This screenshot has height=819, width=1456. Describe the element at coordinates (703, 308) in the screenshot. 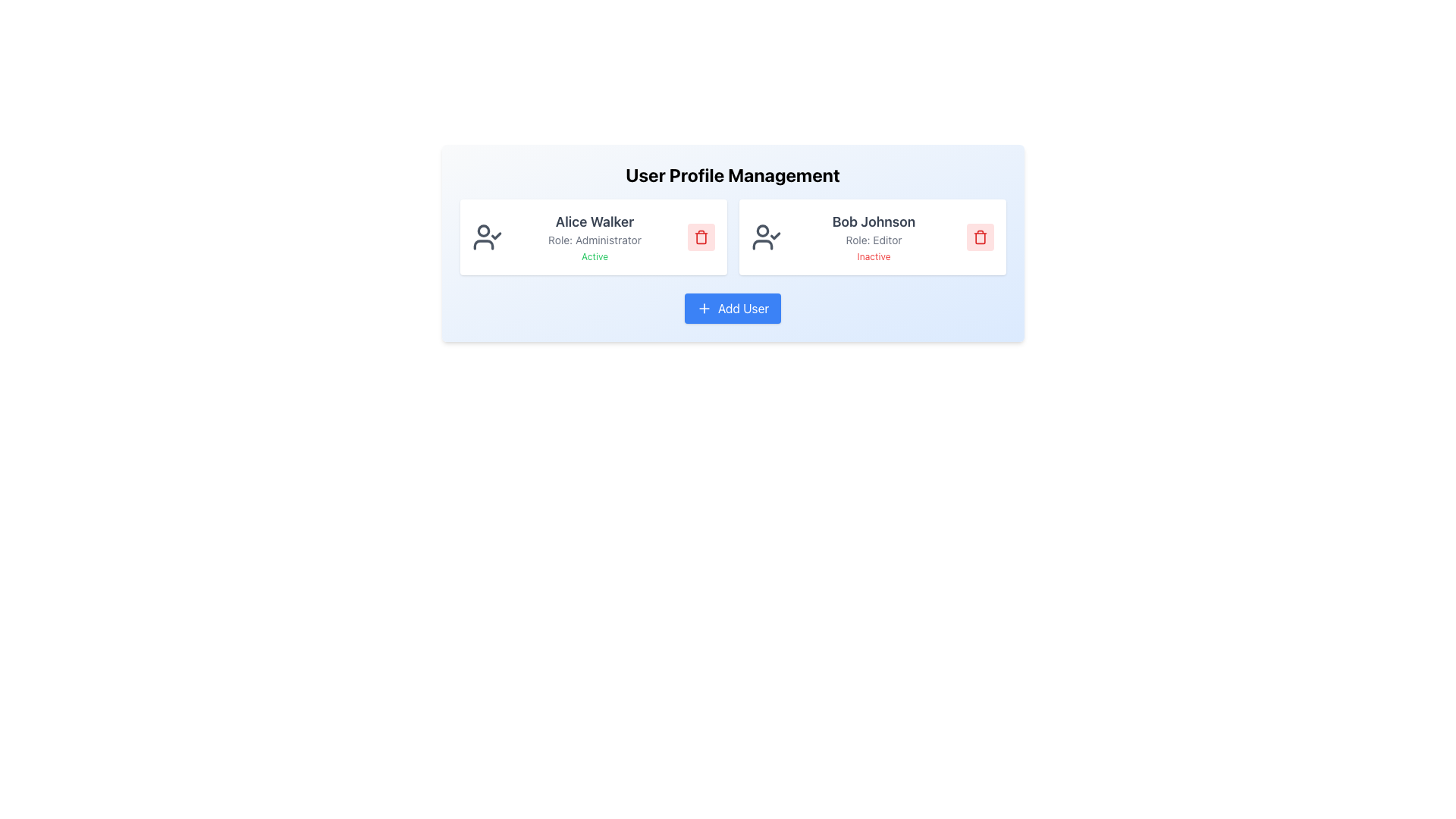

I see `the icon in the center of the blue 'Add User' button located at the bottom center of the user profile management card` at that location.